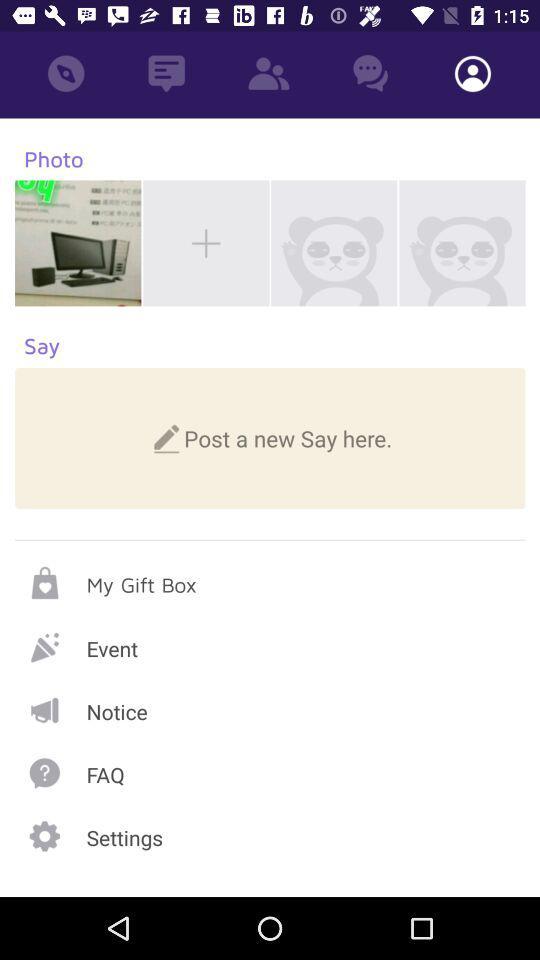 This screenshot has width=540, height=960. What do you see at coordinates (270, 582) in the screenshot?
I see `my gift box page` at bounding box center [270, 582].